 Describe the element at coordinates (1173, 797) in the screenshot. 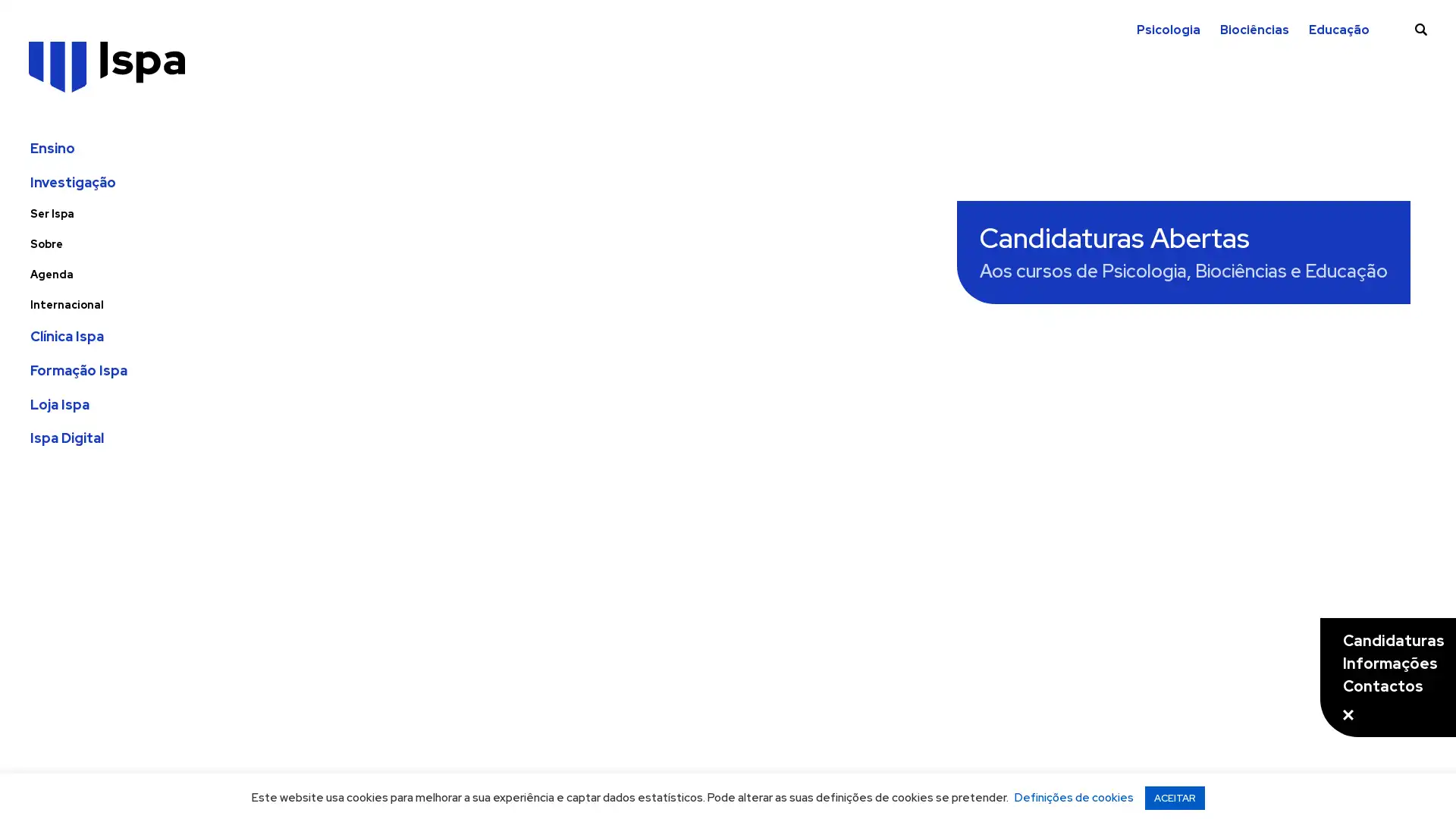

I see `ACEITAR` at that location.